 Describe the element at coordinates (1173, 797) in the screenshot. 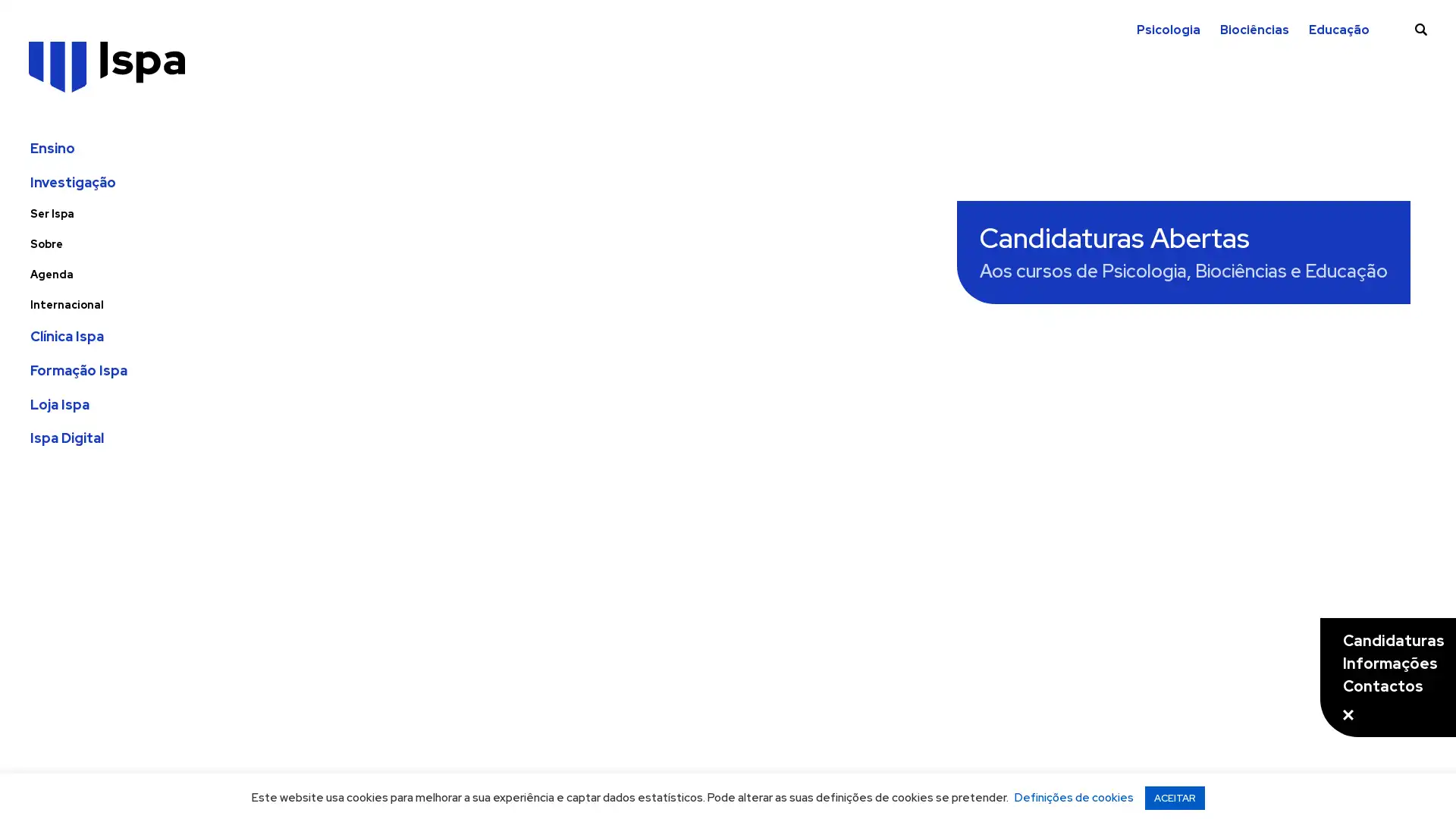

I see `ACEITAR` at that location.